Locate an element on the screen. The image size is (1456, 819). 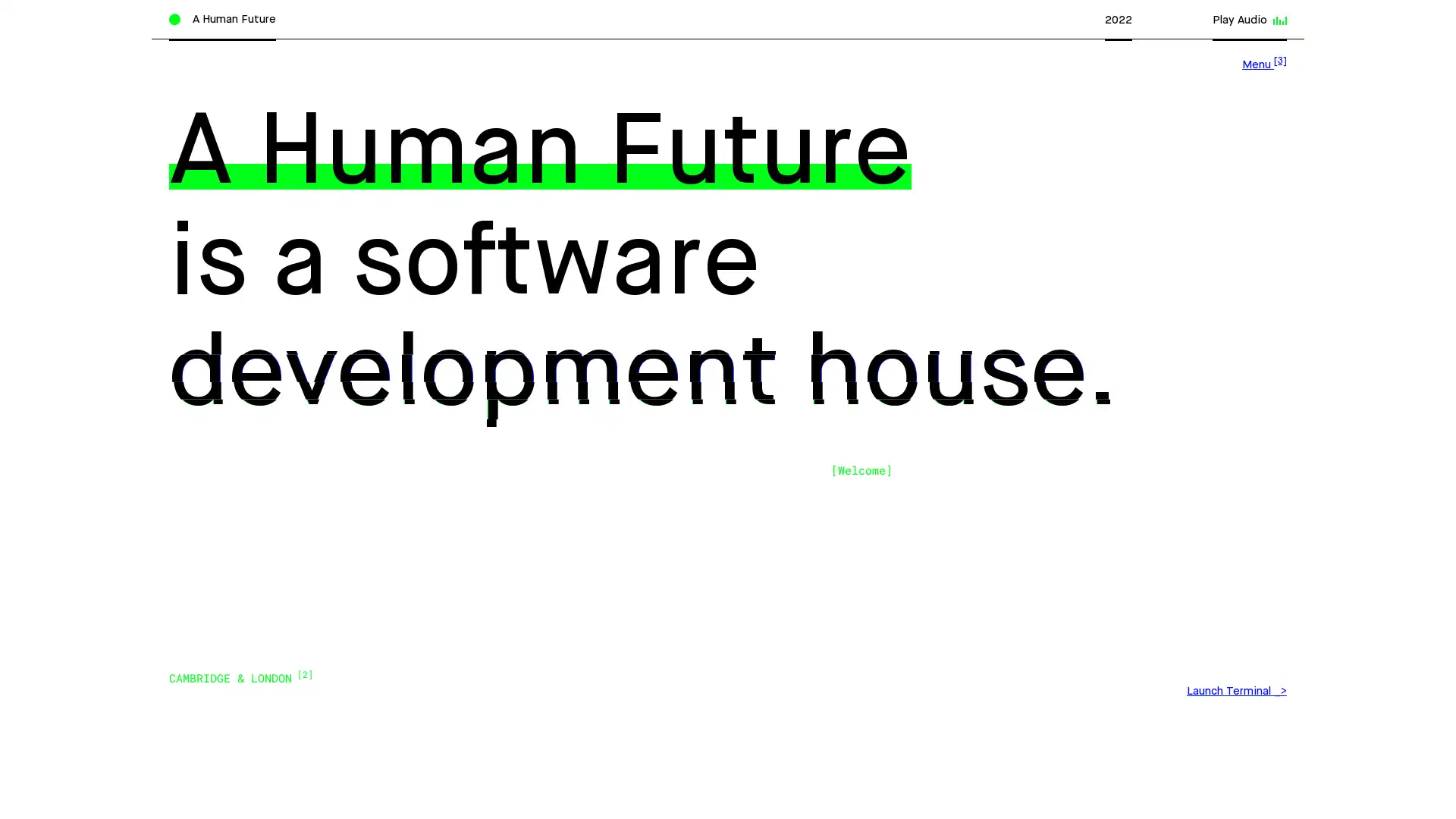
show more media controls is located at coordinates (1278, 14).